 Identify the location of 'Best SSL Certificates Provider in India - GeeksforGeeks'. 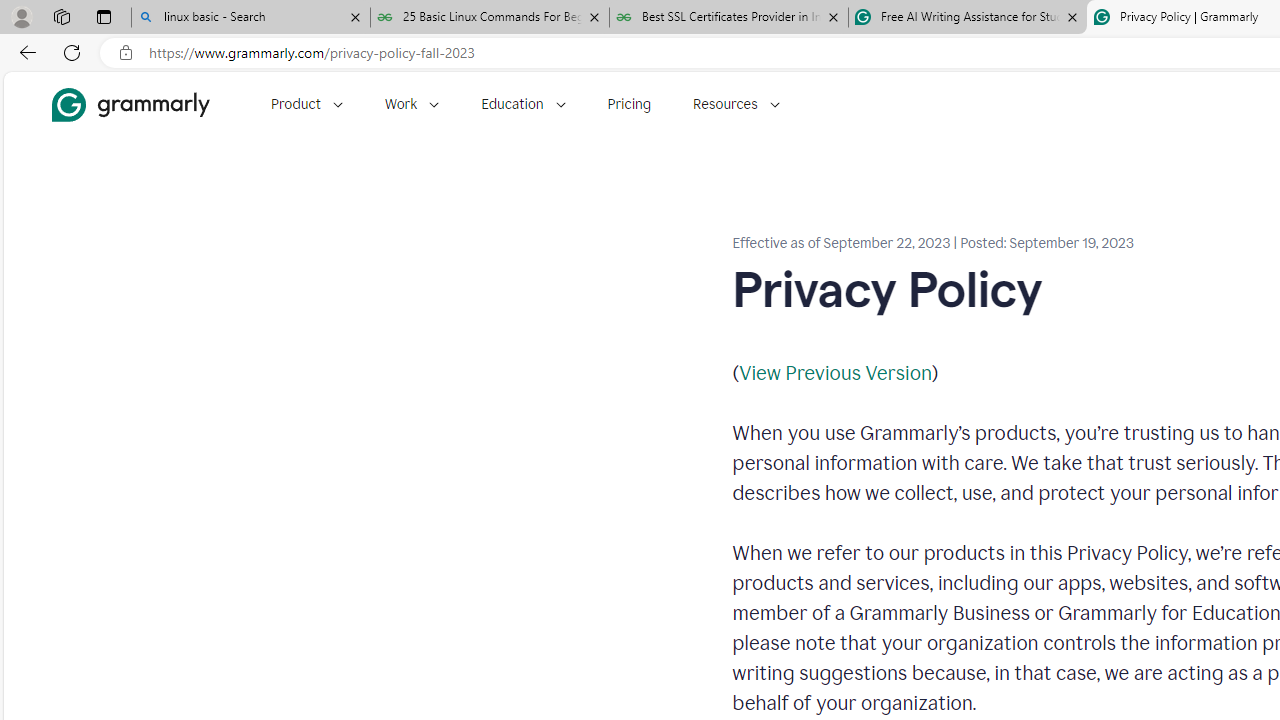
(728, 17).